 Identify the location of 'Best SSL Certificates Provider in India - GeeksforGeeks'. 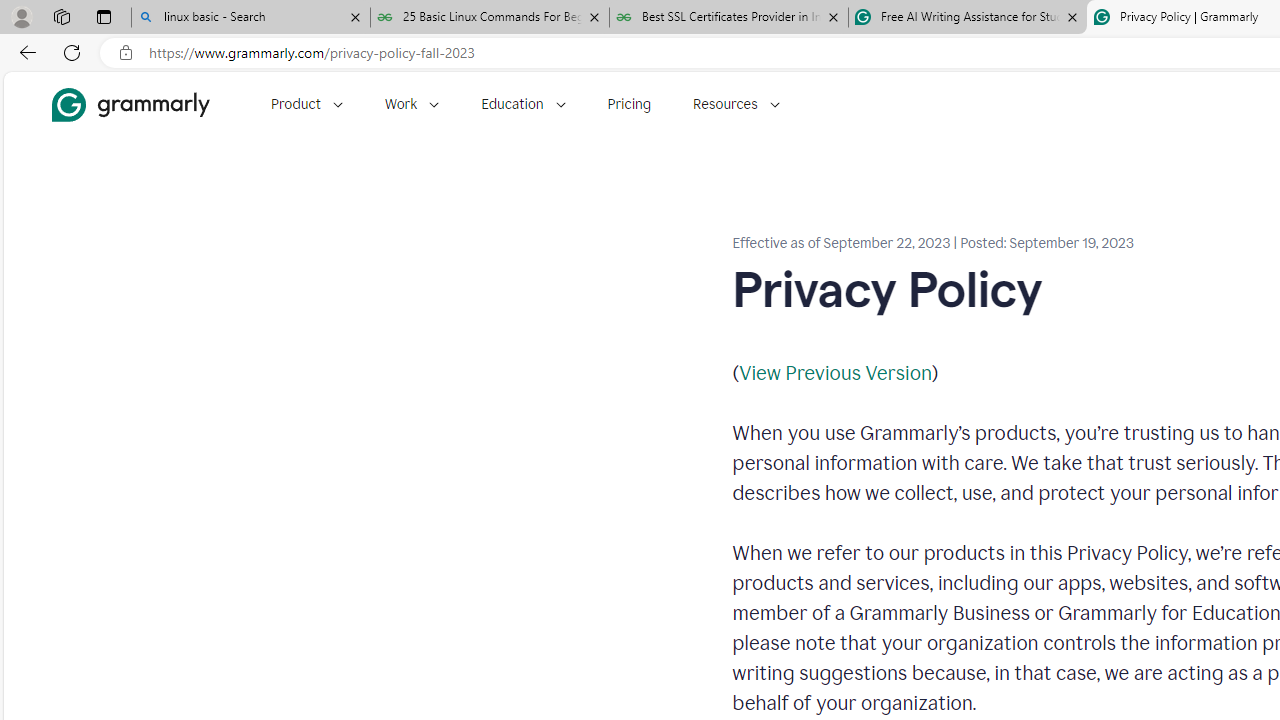
(728, 17).